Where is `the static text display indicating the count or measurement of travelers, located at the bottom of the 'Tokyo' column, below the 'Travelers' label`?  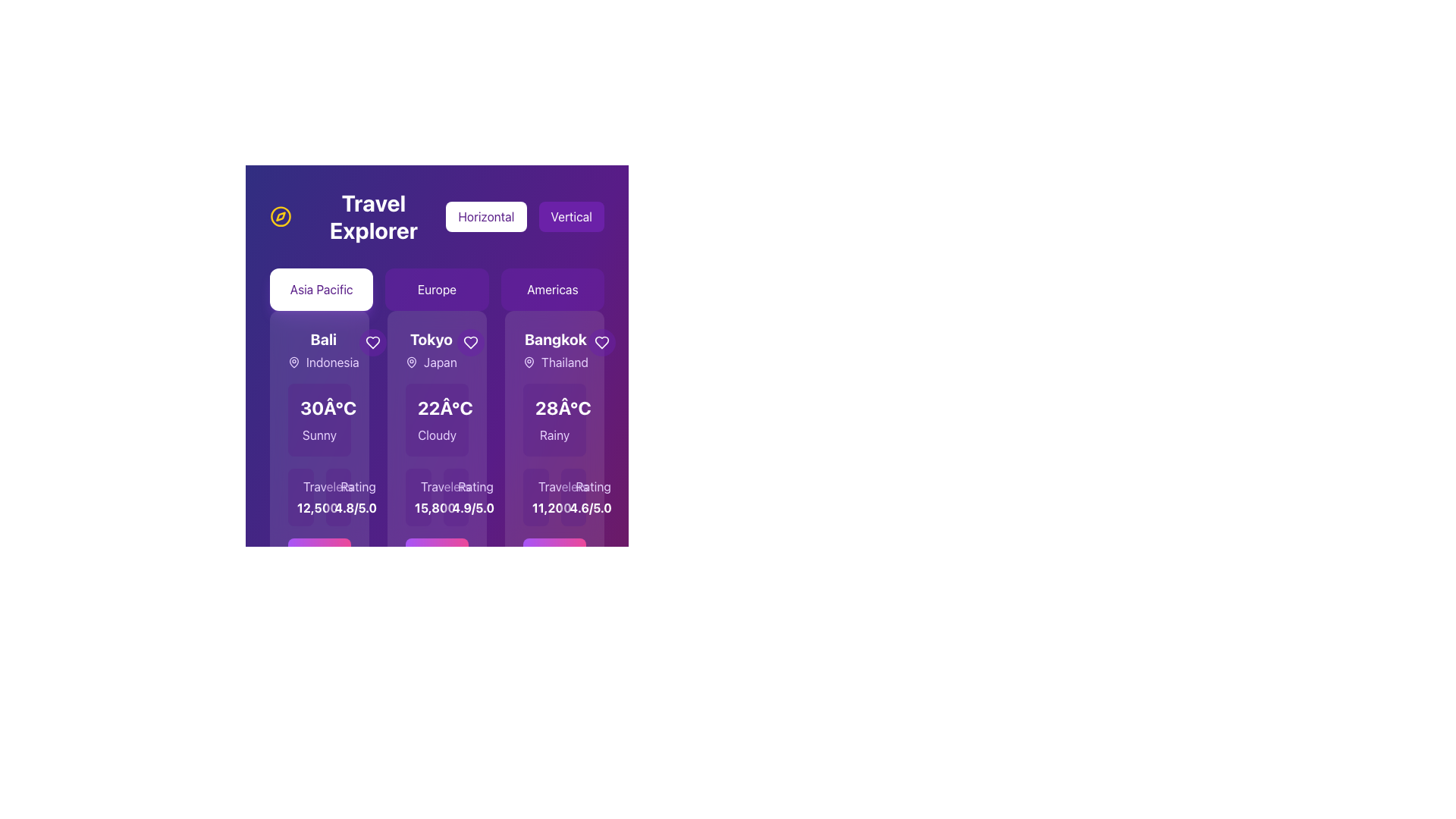
the static text display indicating the count or measurement of travelers, located at the bottom of the 'Tokyo' column, below the 'Travelers' label is located at coordinates (418, 508).